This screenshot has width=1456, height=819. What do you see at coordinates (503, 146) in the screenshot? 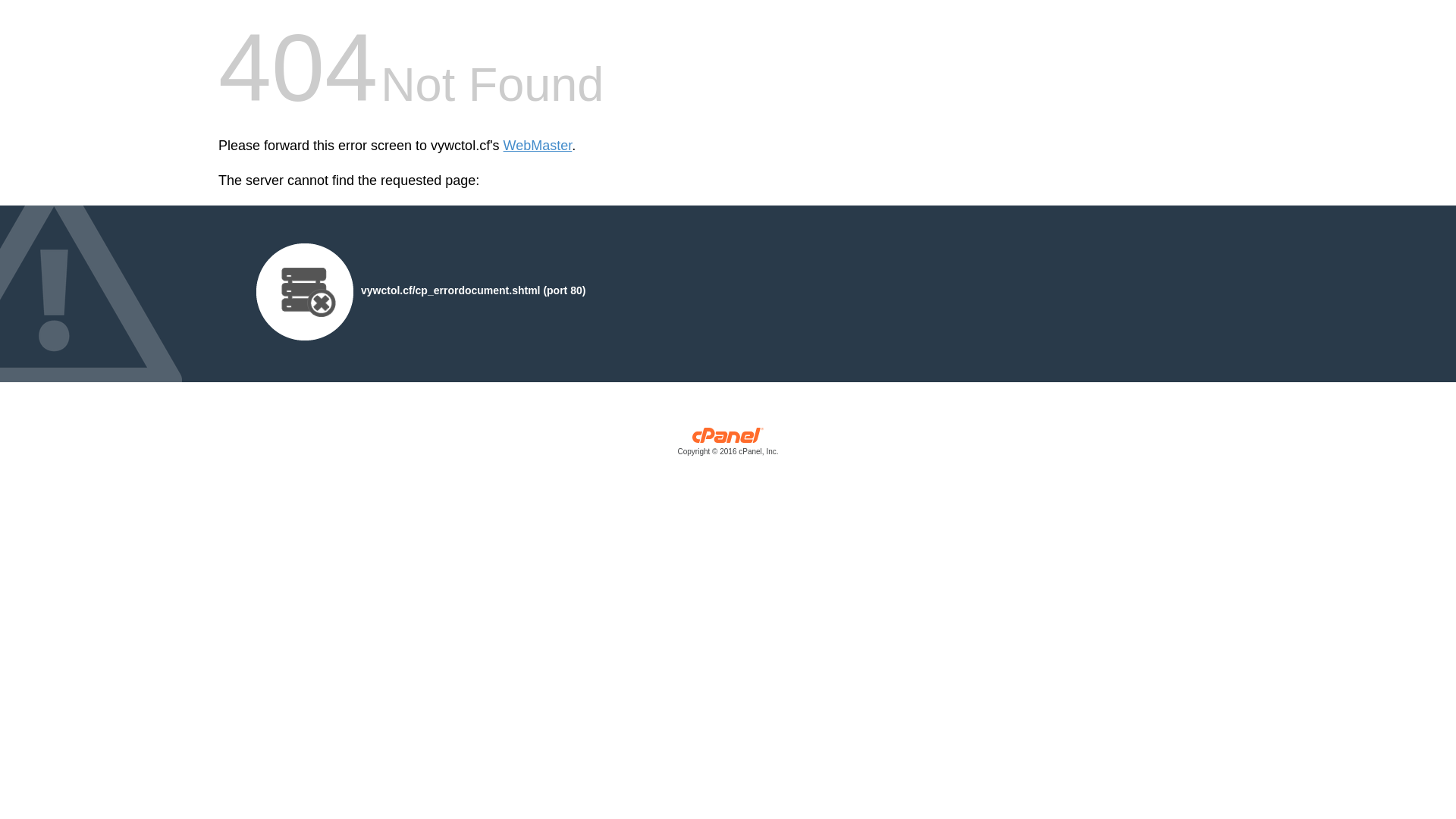
I see `'WebMaster'` at bounding box center [503, 146].